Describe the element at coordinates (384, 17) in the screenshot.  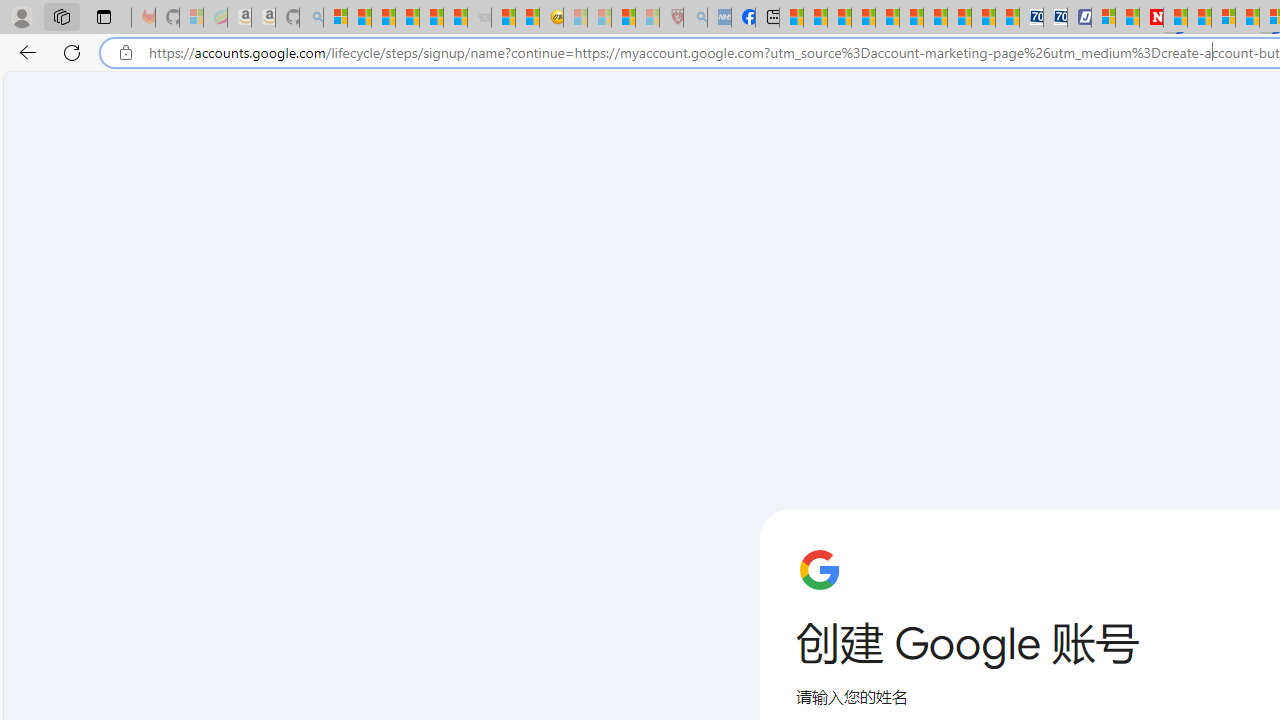
I see `'The Weather Channel - MSN'` at that location.